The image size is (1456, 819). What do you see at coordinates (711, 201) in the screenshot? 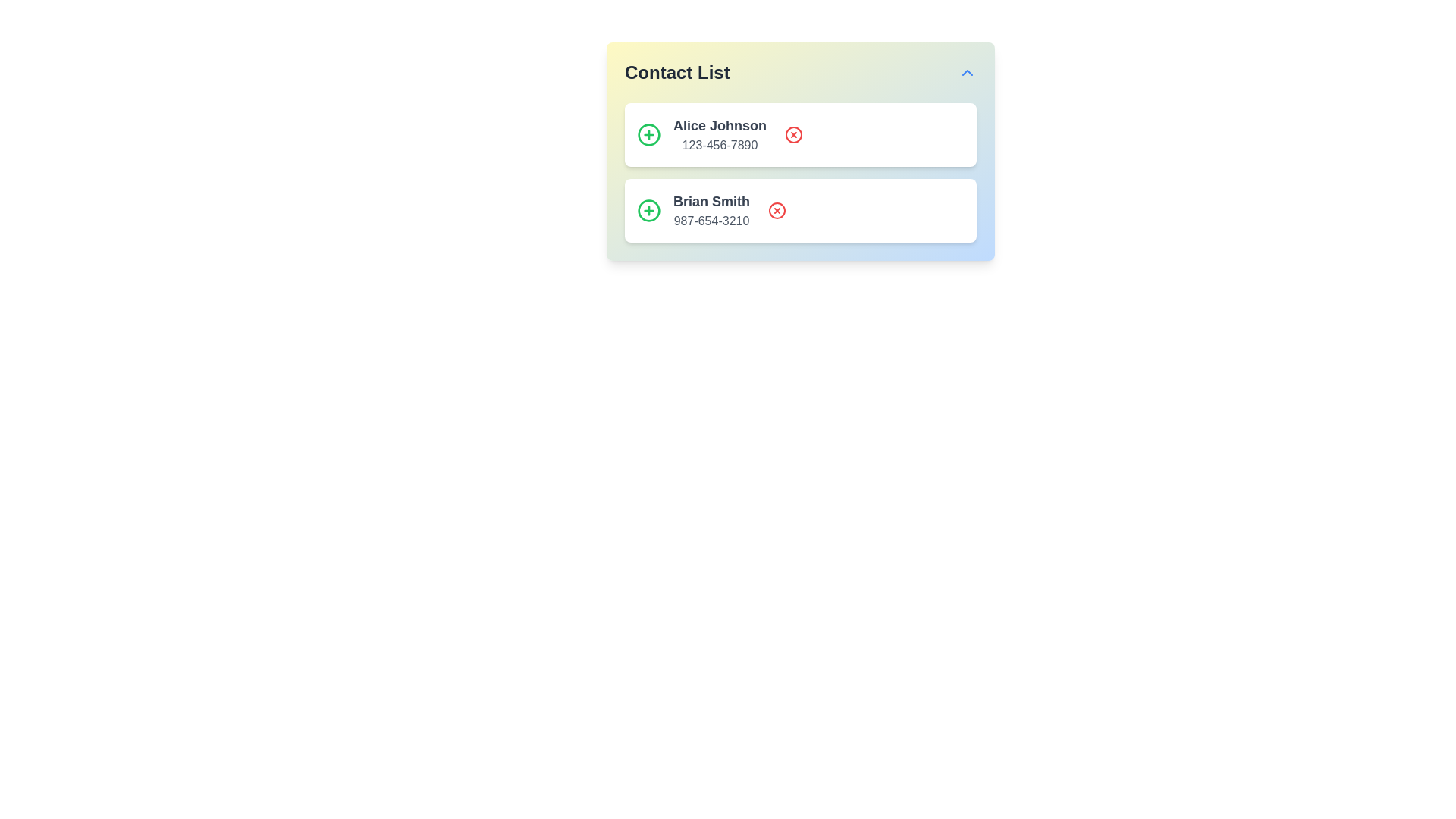
I see `the text label displaying the name 'Brian Smith' within the second contact card in the 'Contact List' section` at bounding box center [711, 201].